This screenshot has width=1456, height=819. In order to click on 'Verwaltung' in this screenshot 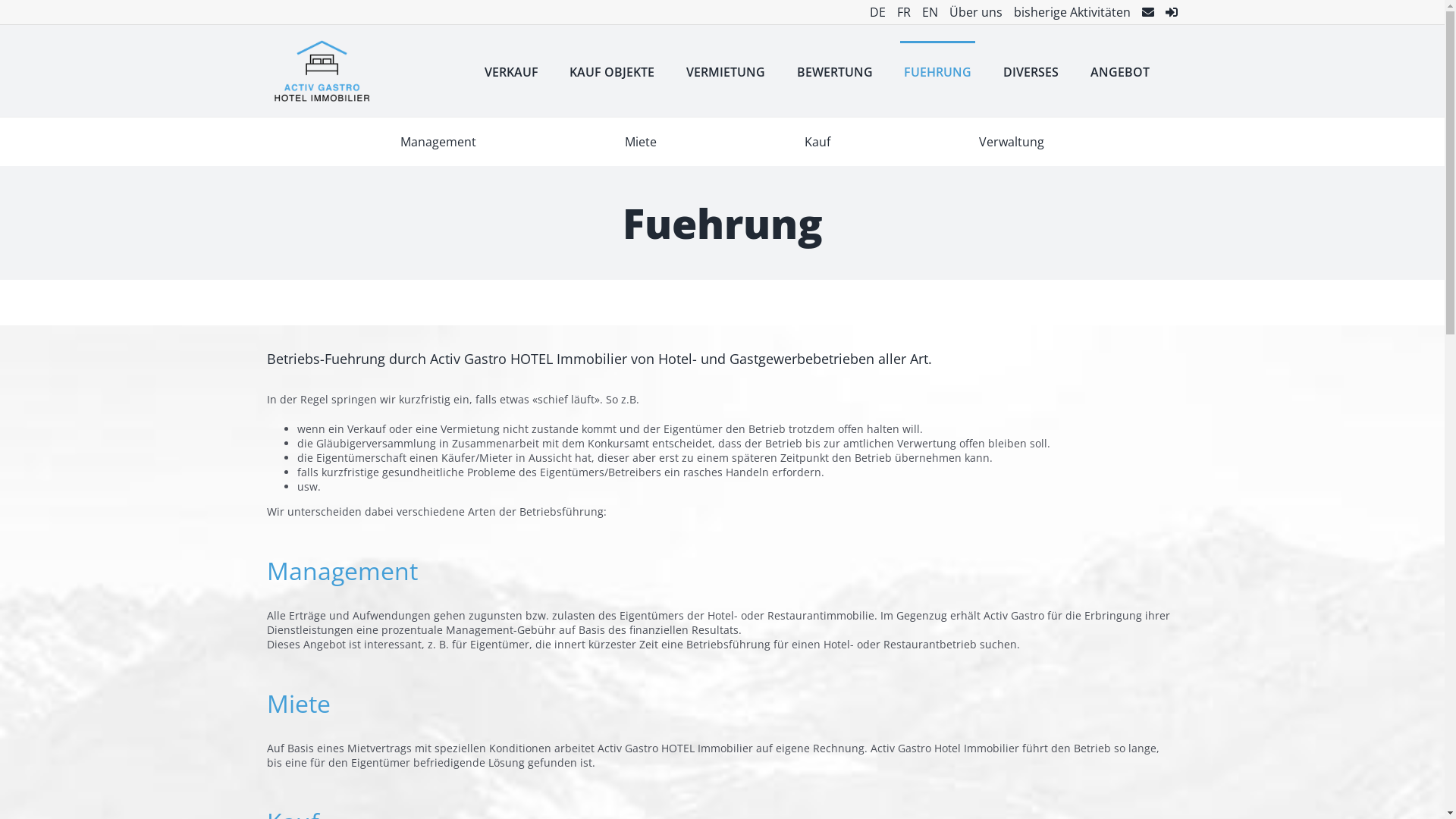, I will do `click(1012, 141)`.